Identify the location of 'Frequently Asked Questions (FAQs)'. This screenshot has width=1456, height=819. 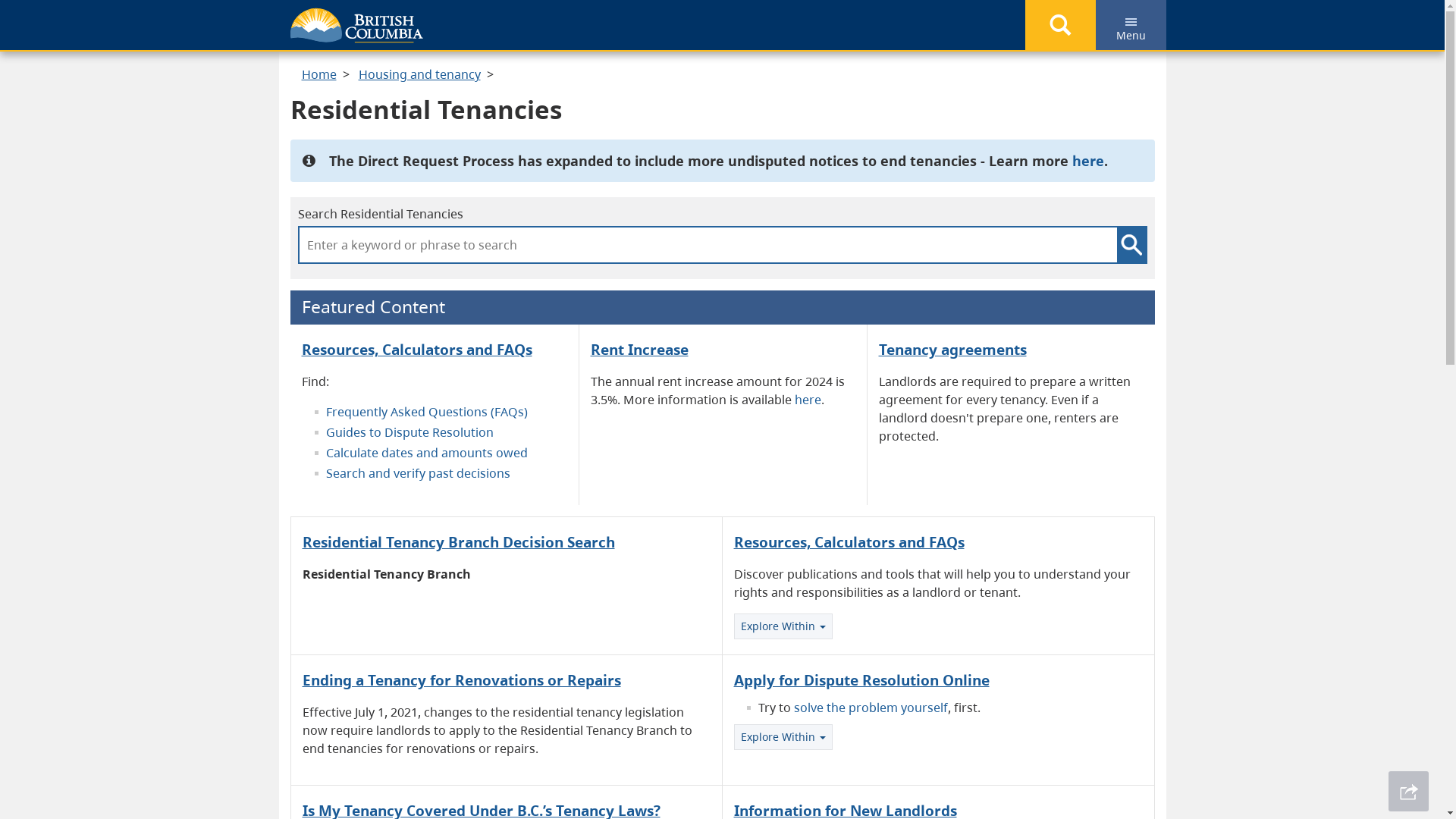
(425, 412).